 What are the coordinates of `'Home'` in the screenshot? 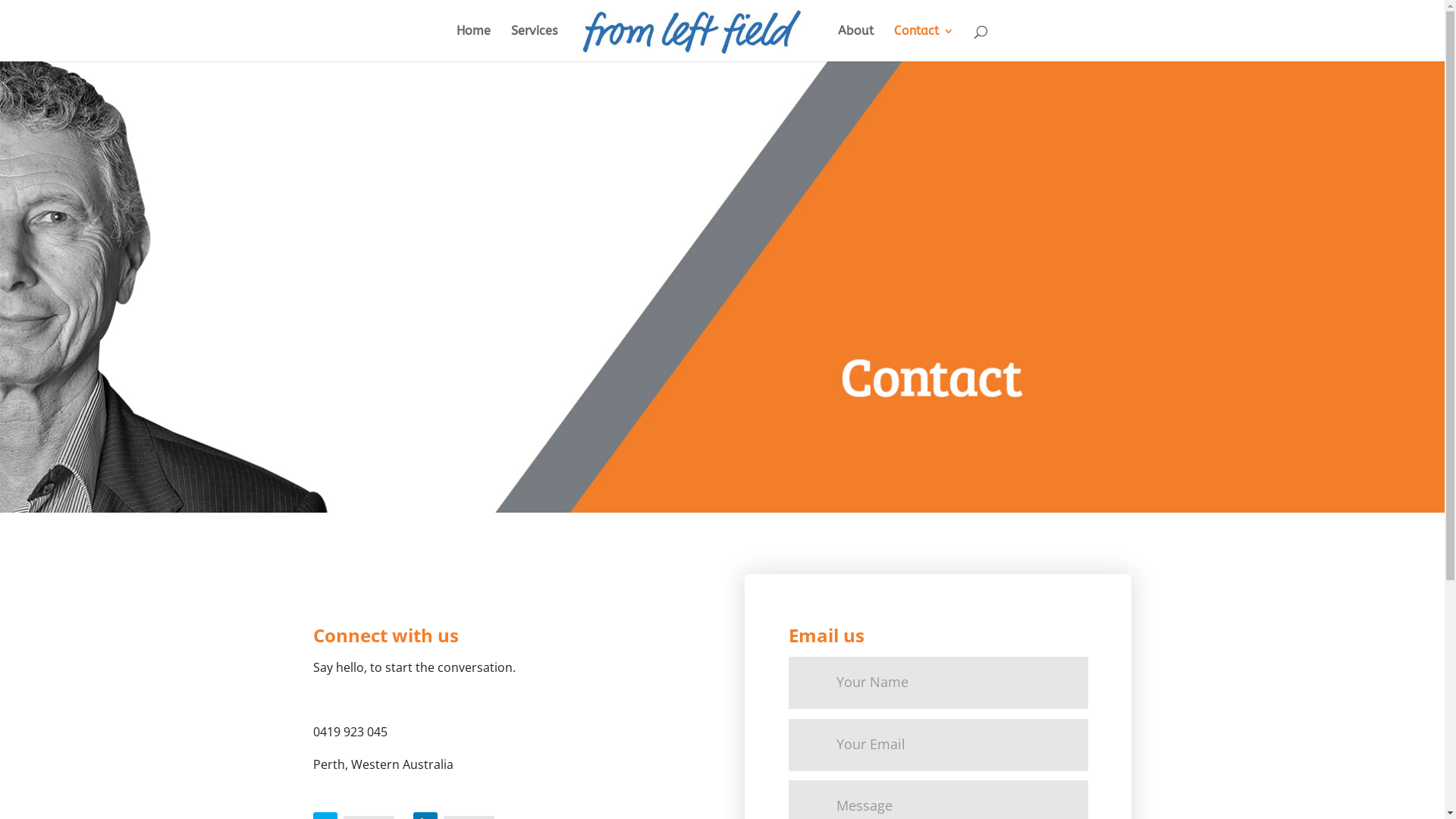 It's located at (472, 42).